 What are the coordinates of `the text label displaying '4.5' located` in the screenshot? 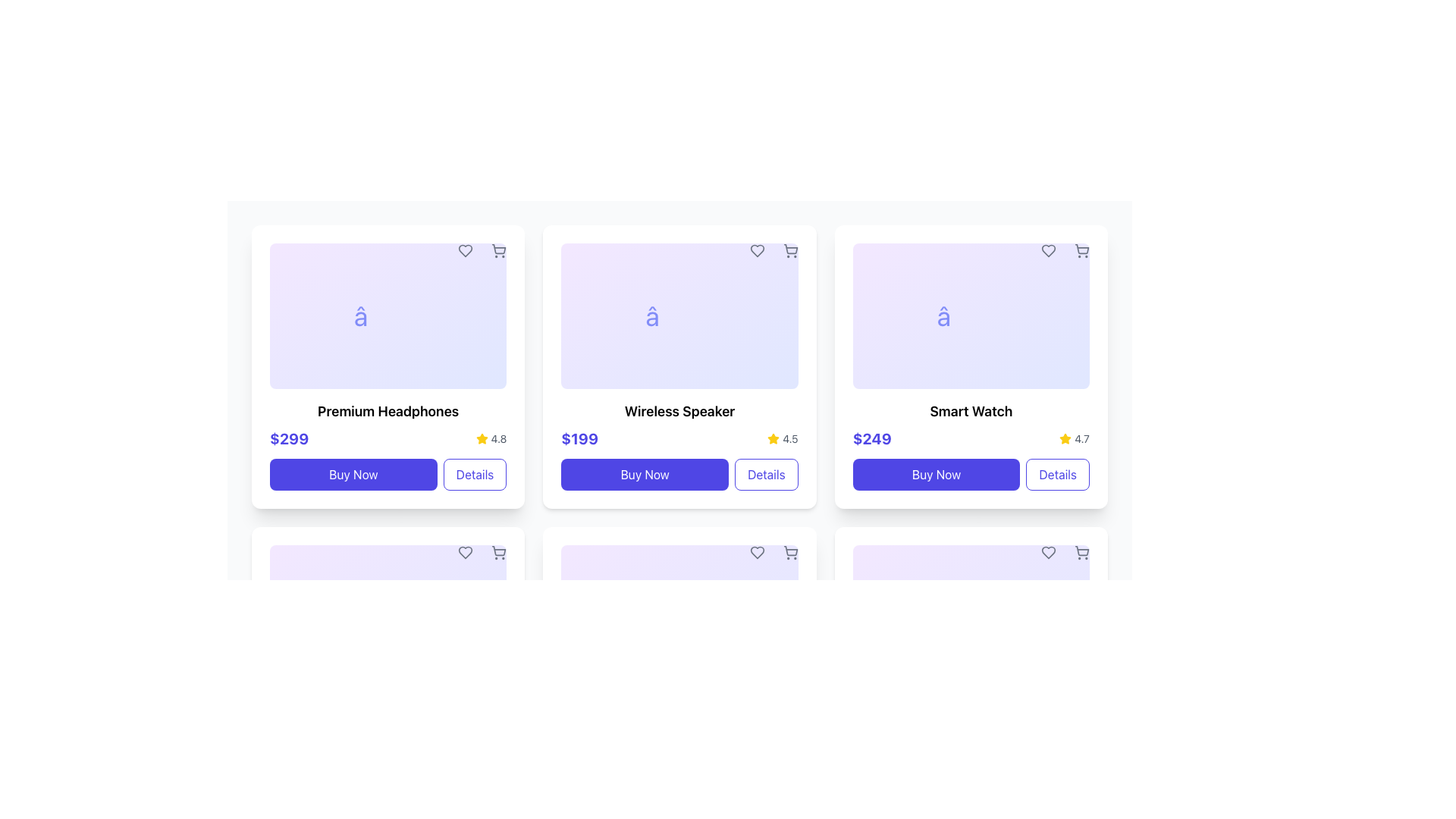 It's located at (789, 438).